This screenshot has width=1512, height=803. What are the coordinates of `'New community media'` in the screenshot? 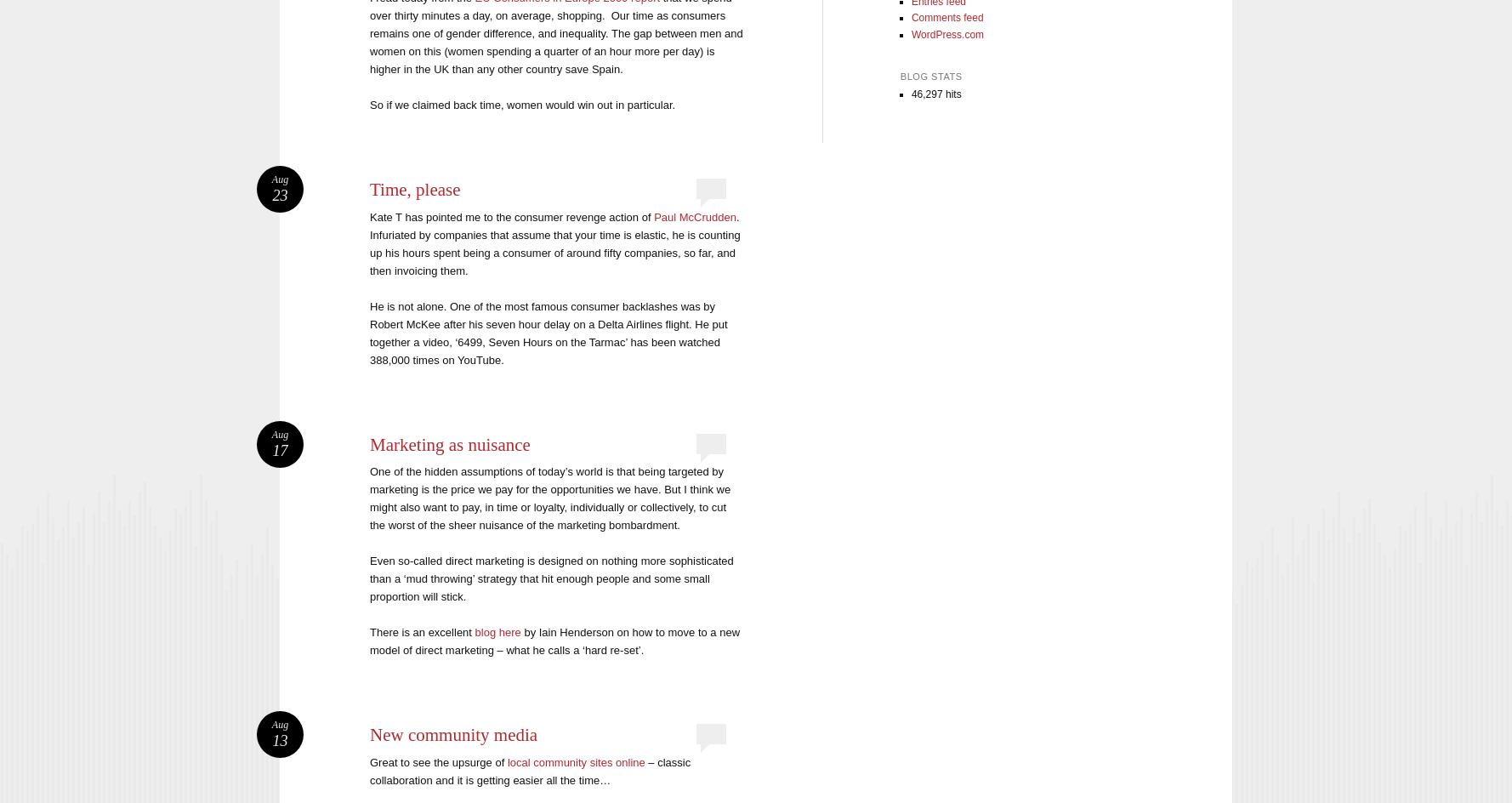 It's located at (370, 734).